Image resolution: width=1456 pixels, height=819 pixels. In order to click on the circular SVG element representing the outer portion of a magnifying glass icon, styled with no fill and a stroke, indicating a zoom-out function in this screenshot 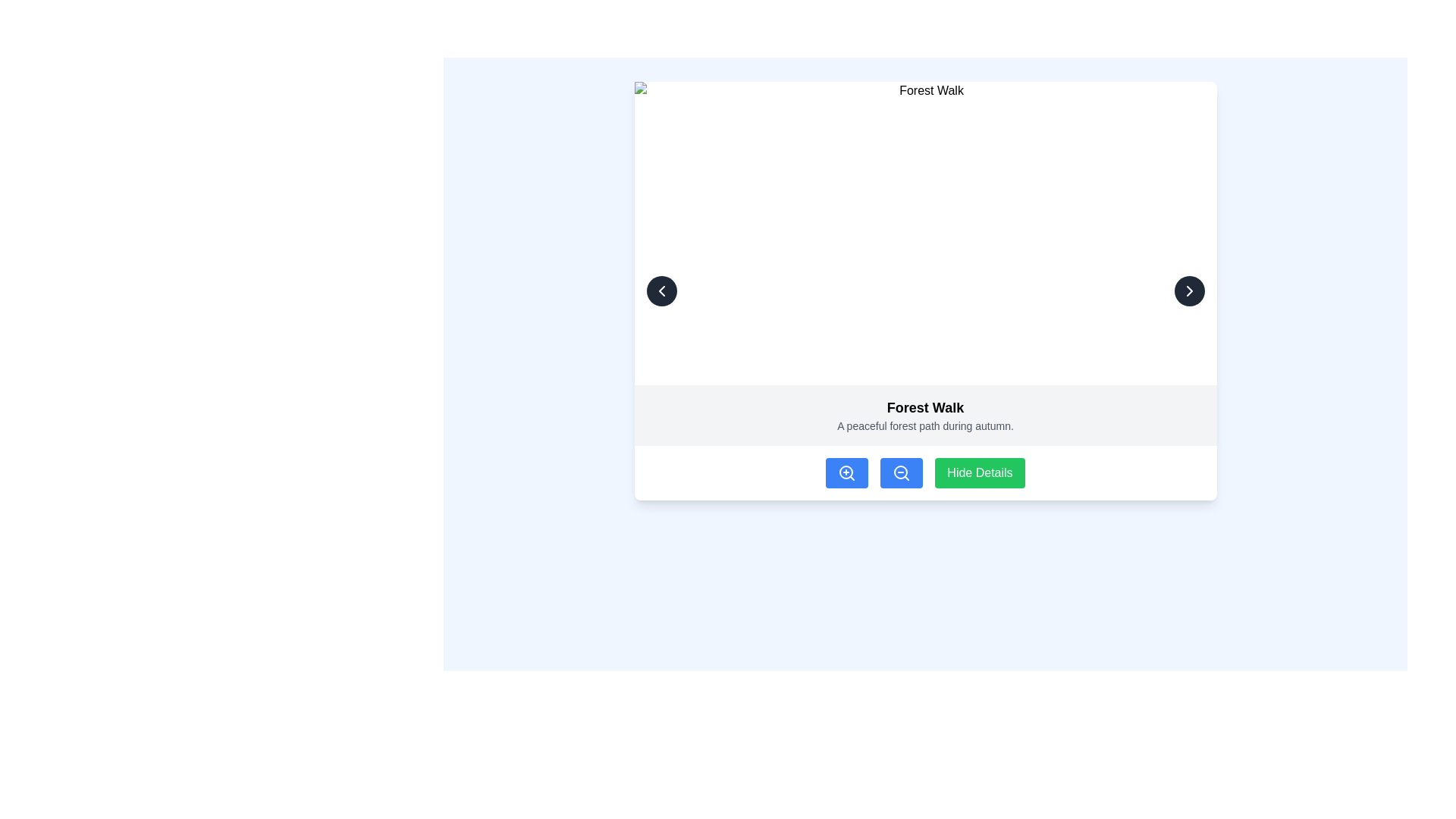, I will do `click(901, 472)`.